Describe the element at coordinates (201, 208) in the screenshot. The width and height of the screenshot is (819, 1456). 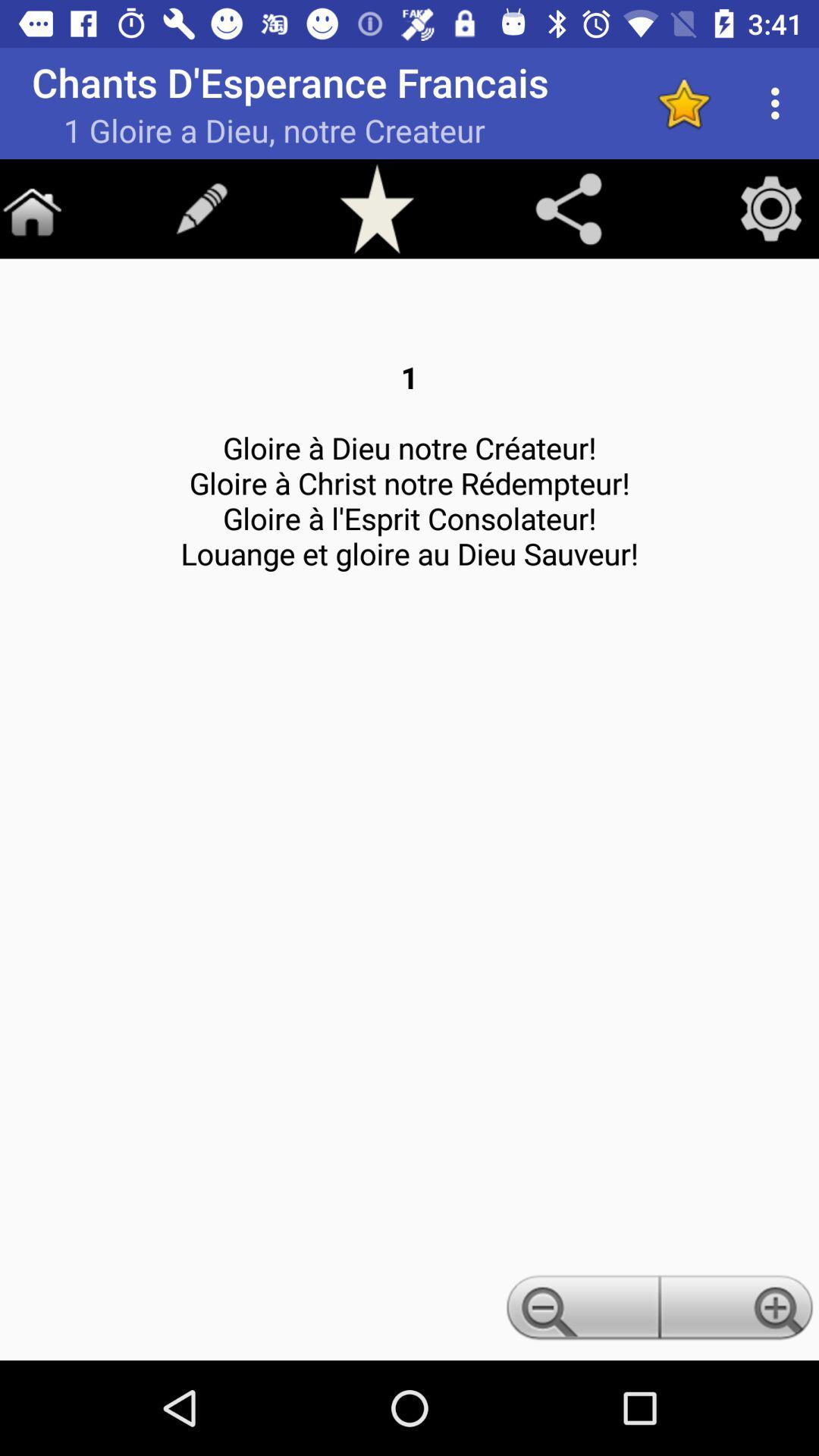
I see `item below the 1 gloire a item` at that location.